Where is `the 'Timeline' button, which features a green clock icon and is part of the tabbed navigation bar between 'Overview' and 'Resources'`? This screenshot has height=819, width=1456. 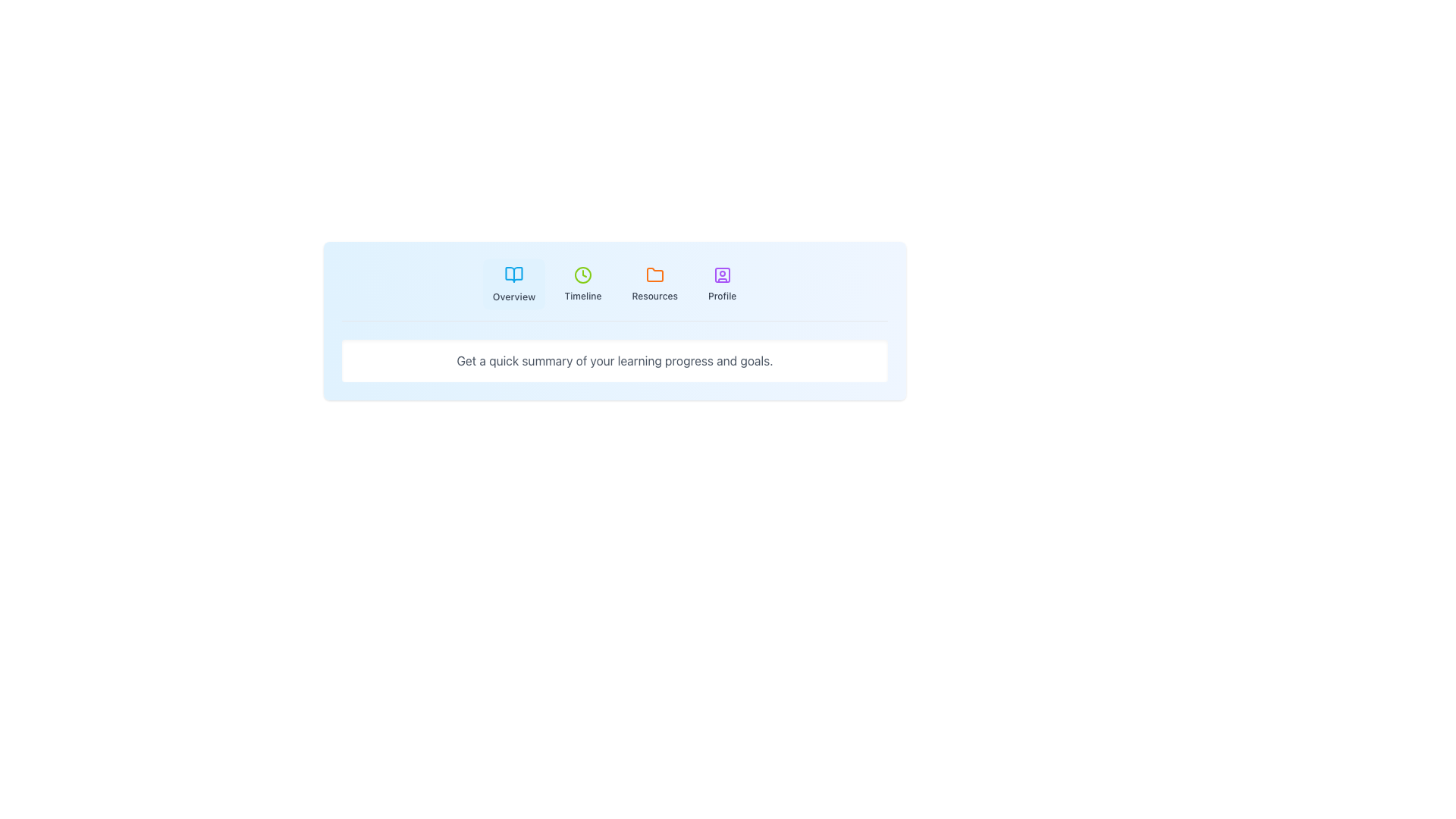 the 'Timeline' button, which features a green clock icon and is part of the tabbed navigation bar between 'Overview' and 'Resources' is located at coordinates (582, 284).